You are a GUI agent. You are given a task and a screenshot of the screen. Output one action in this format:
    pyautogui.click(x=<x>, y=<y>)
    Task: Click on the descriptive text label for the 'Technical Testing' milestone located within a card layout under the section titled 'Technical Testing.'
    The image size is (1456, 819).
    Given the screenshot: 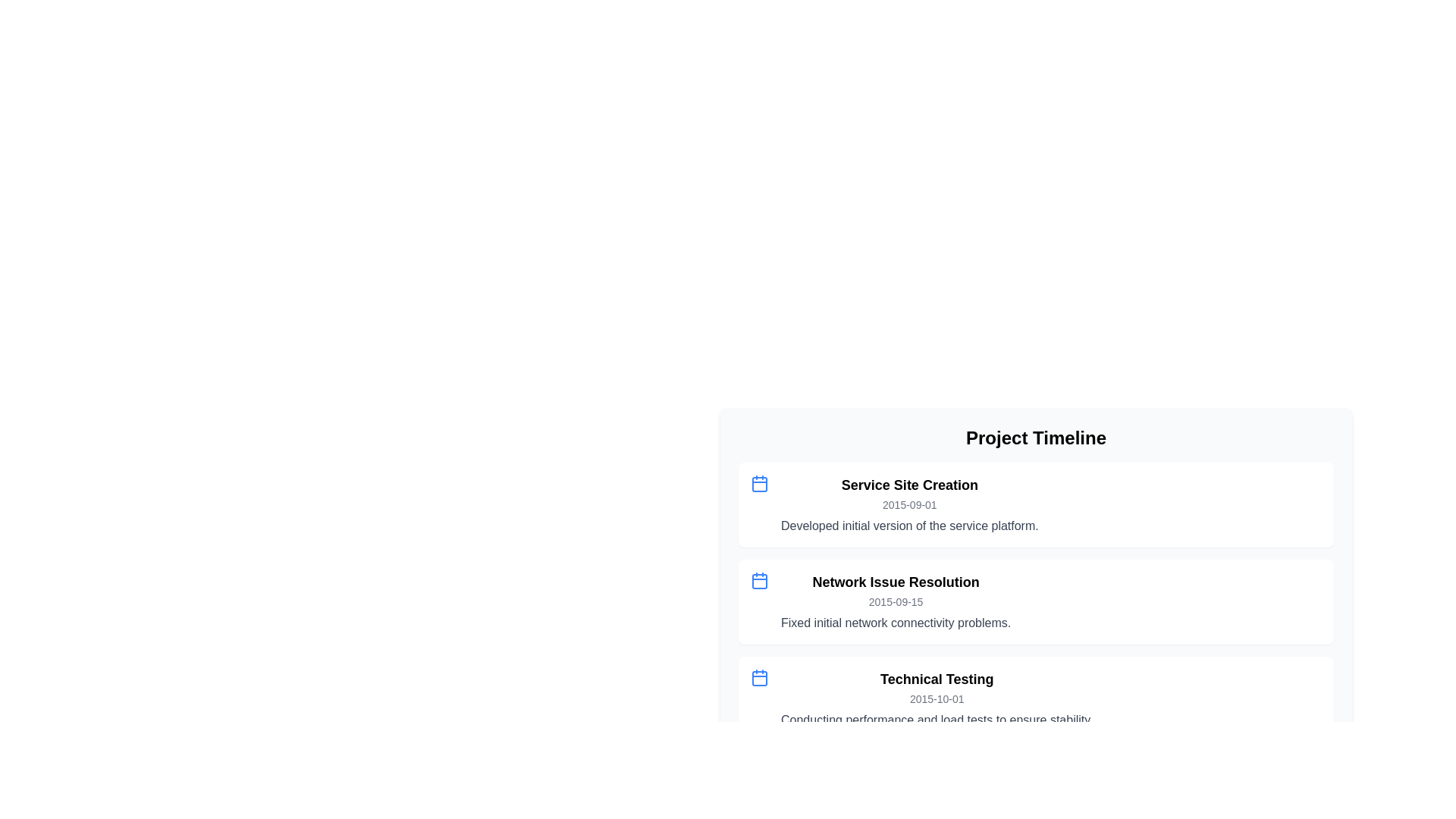 What is the action you would take?
    pyautogui.click(x=936, y=719)
    